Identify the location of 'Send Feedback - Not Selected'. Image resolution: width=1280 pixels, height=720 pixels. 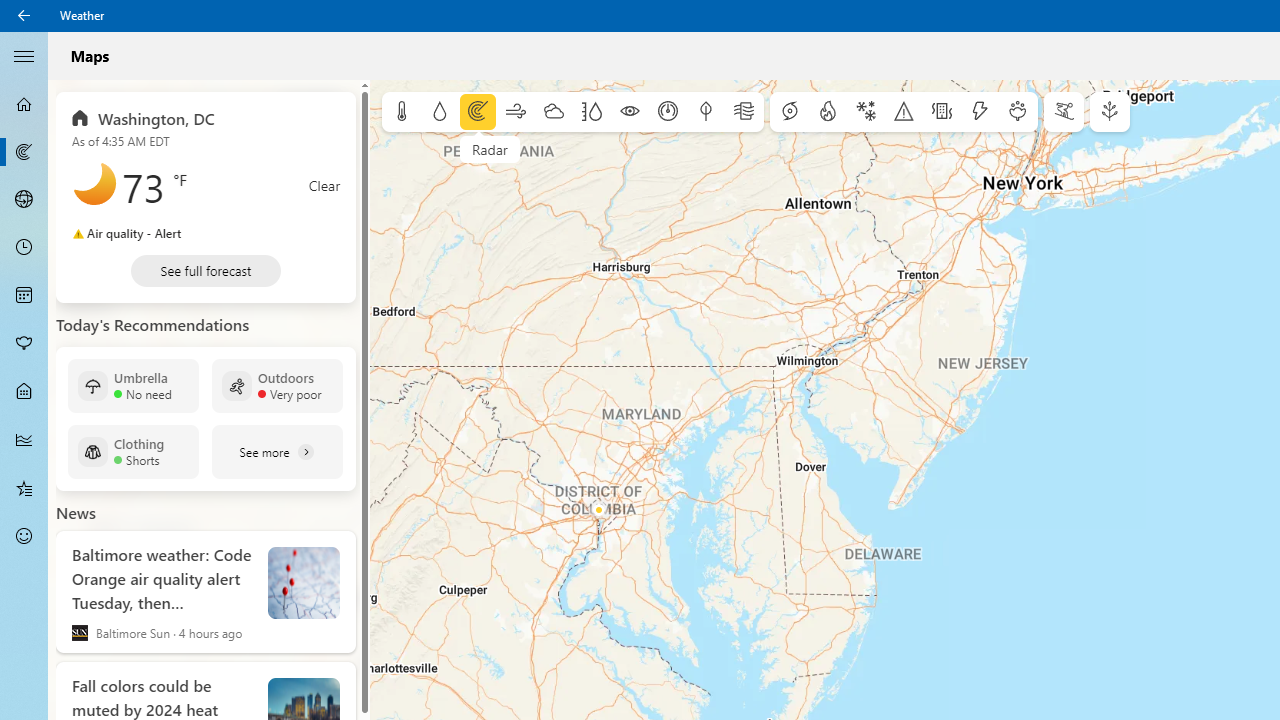
(24, 535).